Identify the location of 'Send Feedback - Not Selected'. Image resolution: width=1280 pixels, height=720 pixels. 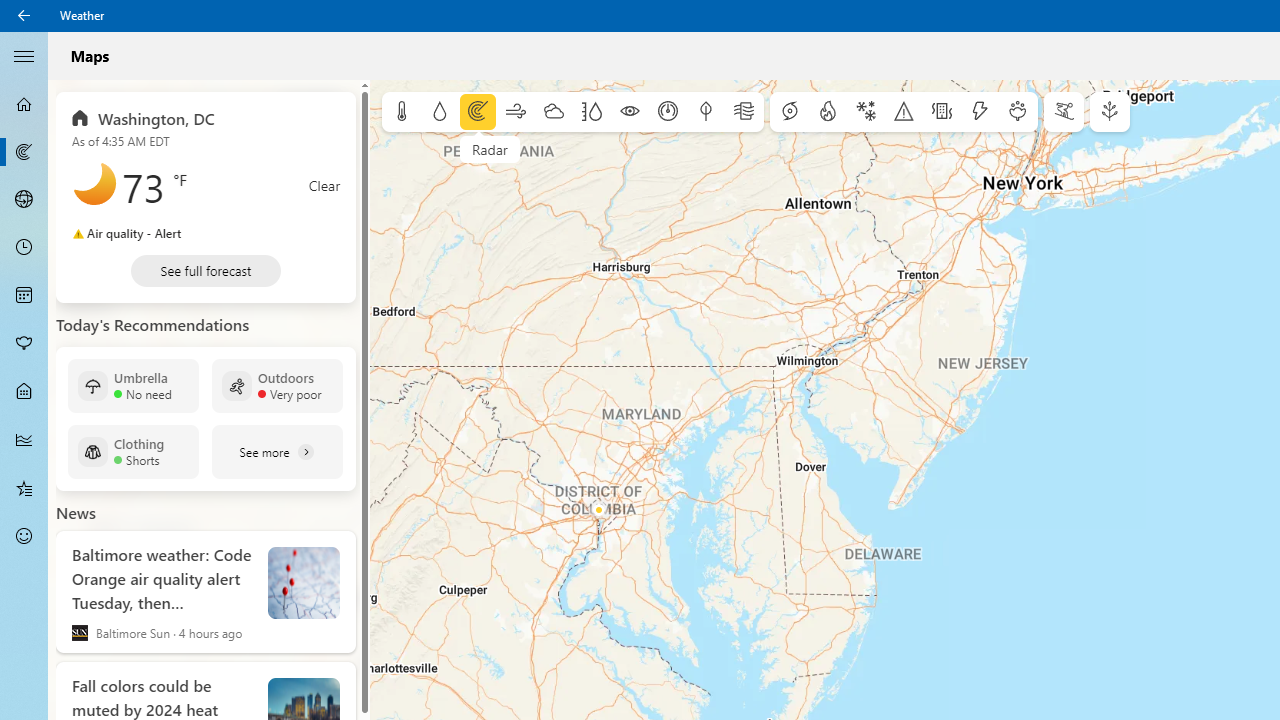
(24, 535).